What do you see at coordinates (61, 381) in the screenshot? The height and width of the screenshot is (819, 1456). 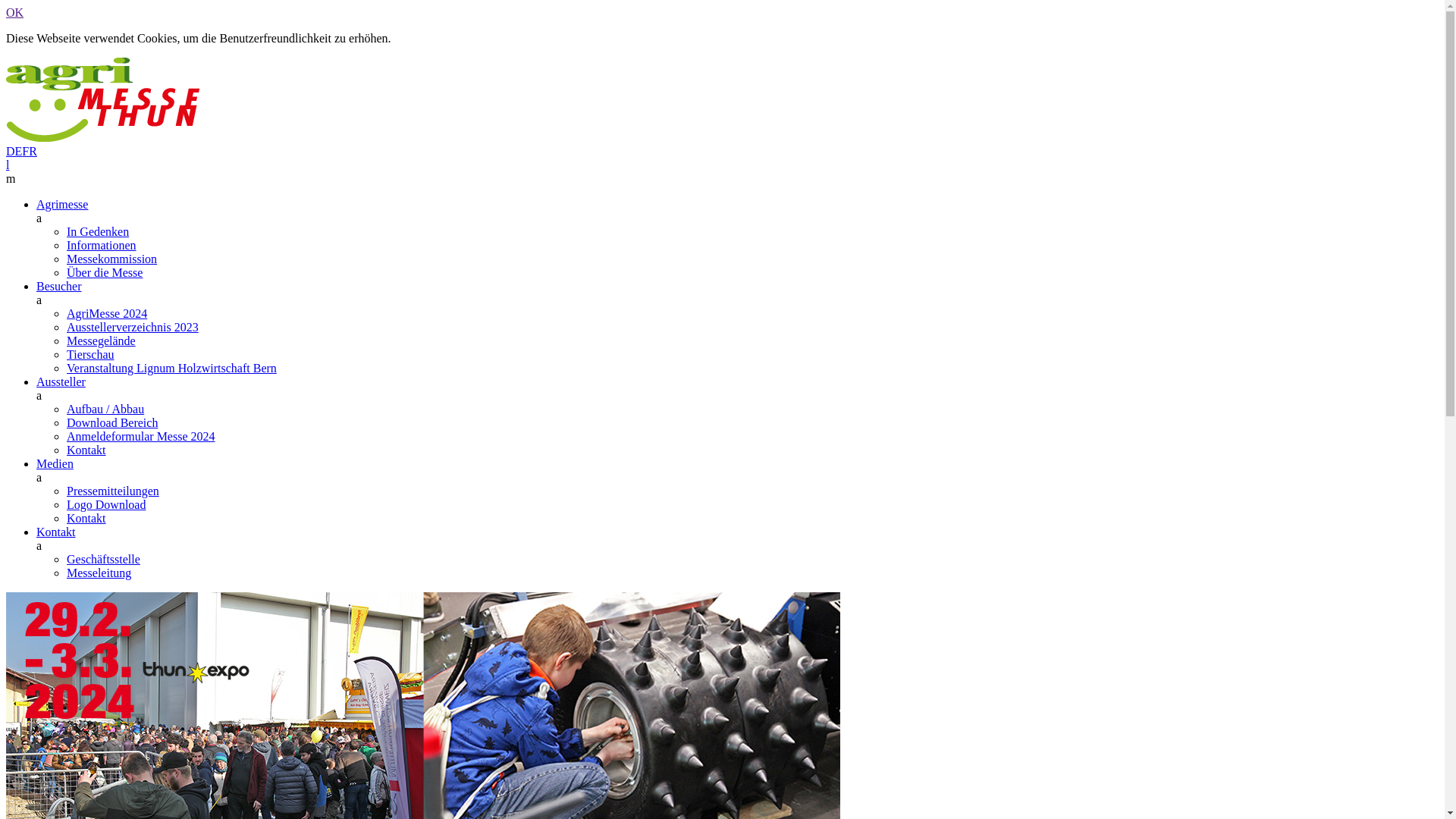 I see `'Aussteller'` at bounding box center [61, 381].